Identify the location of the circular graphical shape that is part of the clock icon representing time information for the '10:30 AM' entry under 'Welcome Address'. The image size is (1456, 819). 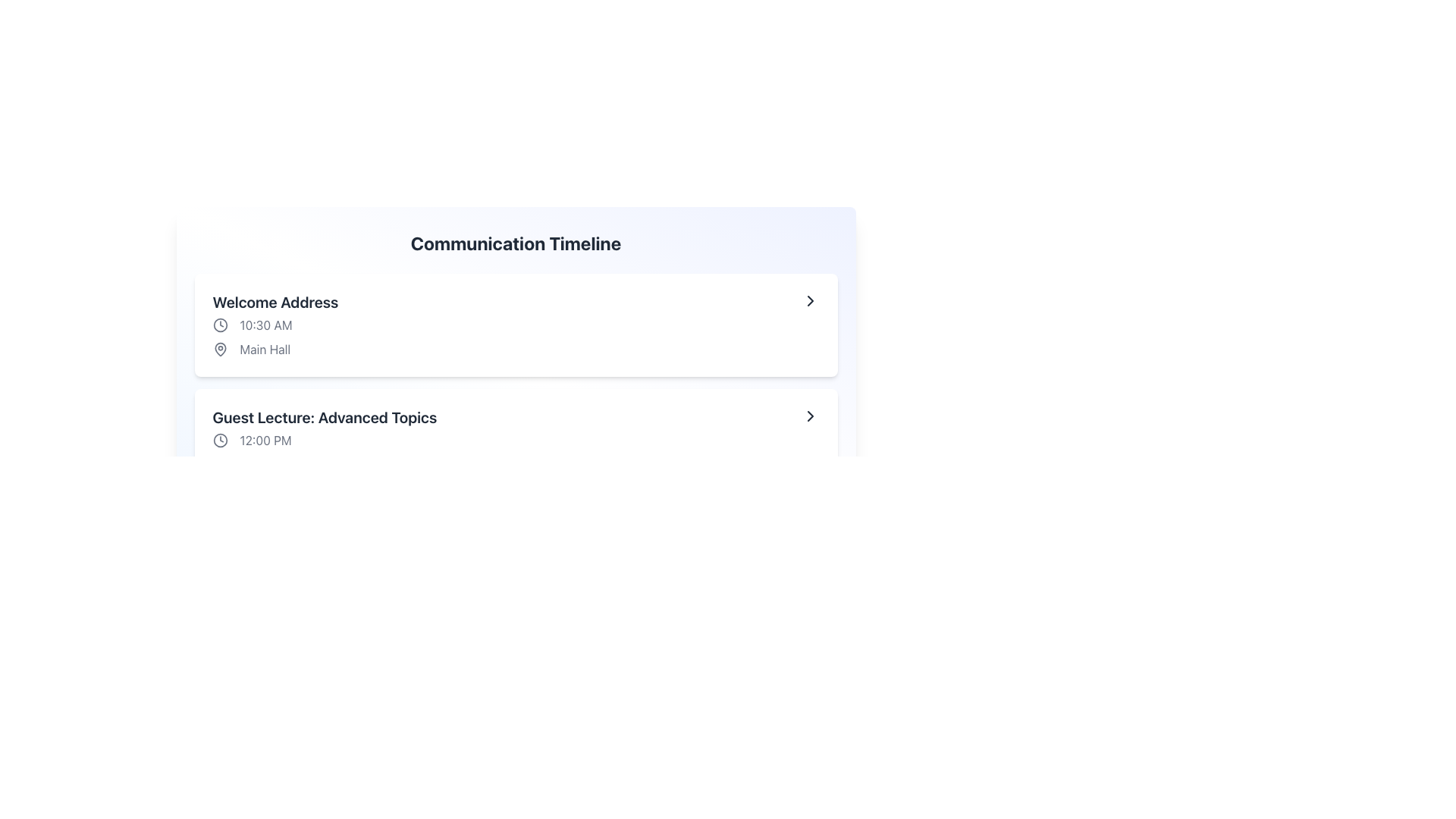
(219, 324).